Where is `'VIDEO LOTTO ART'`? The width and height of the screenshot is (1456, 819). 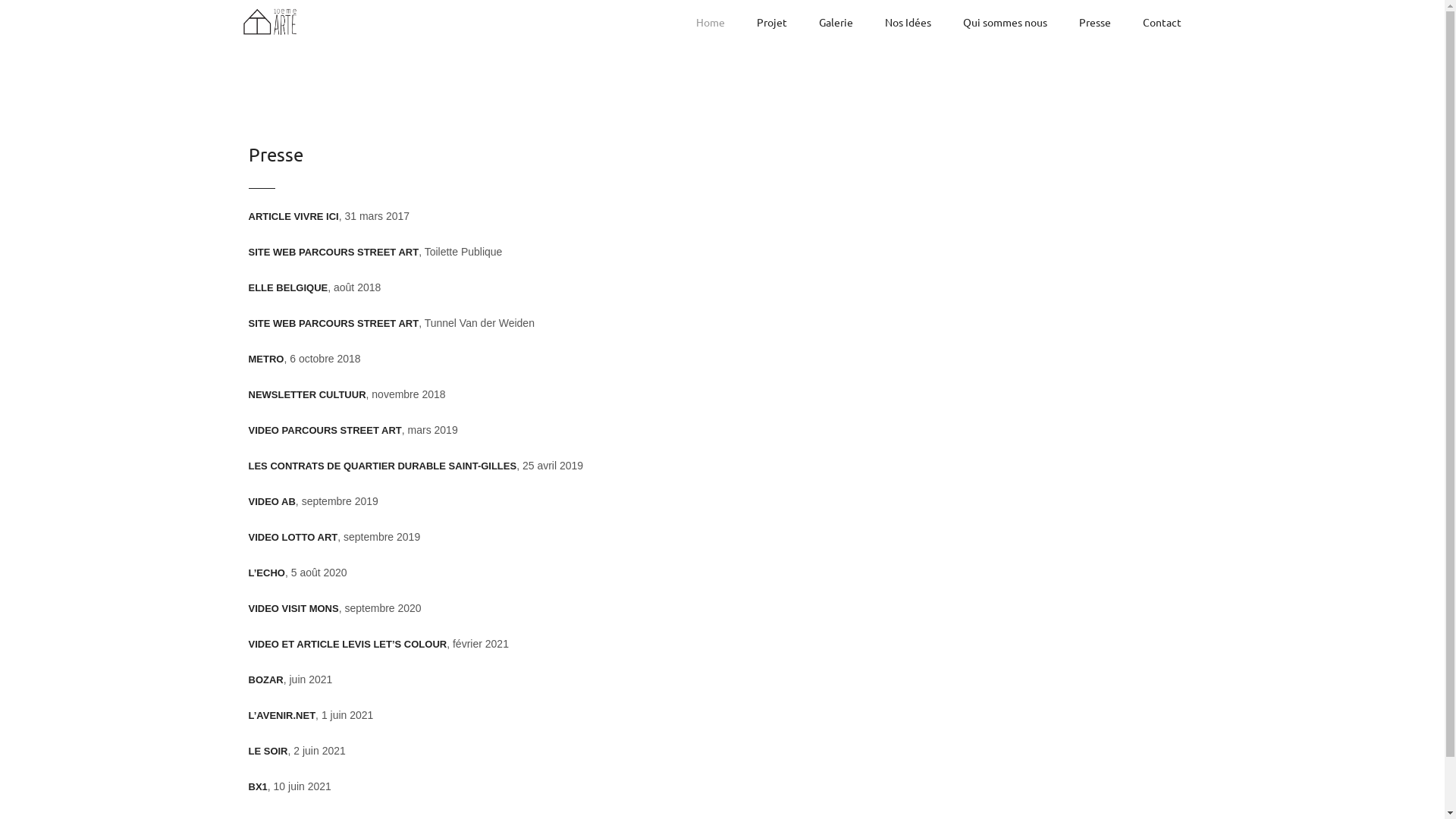 'VIDEO LOTTO ART' is located at coordinates (293, 536).